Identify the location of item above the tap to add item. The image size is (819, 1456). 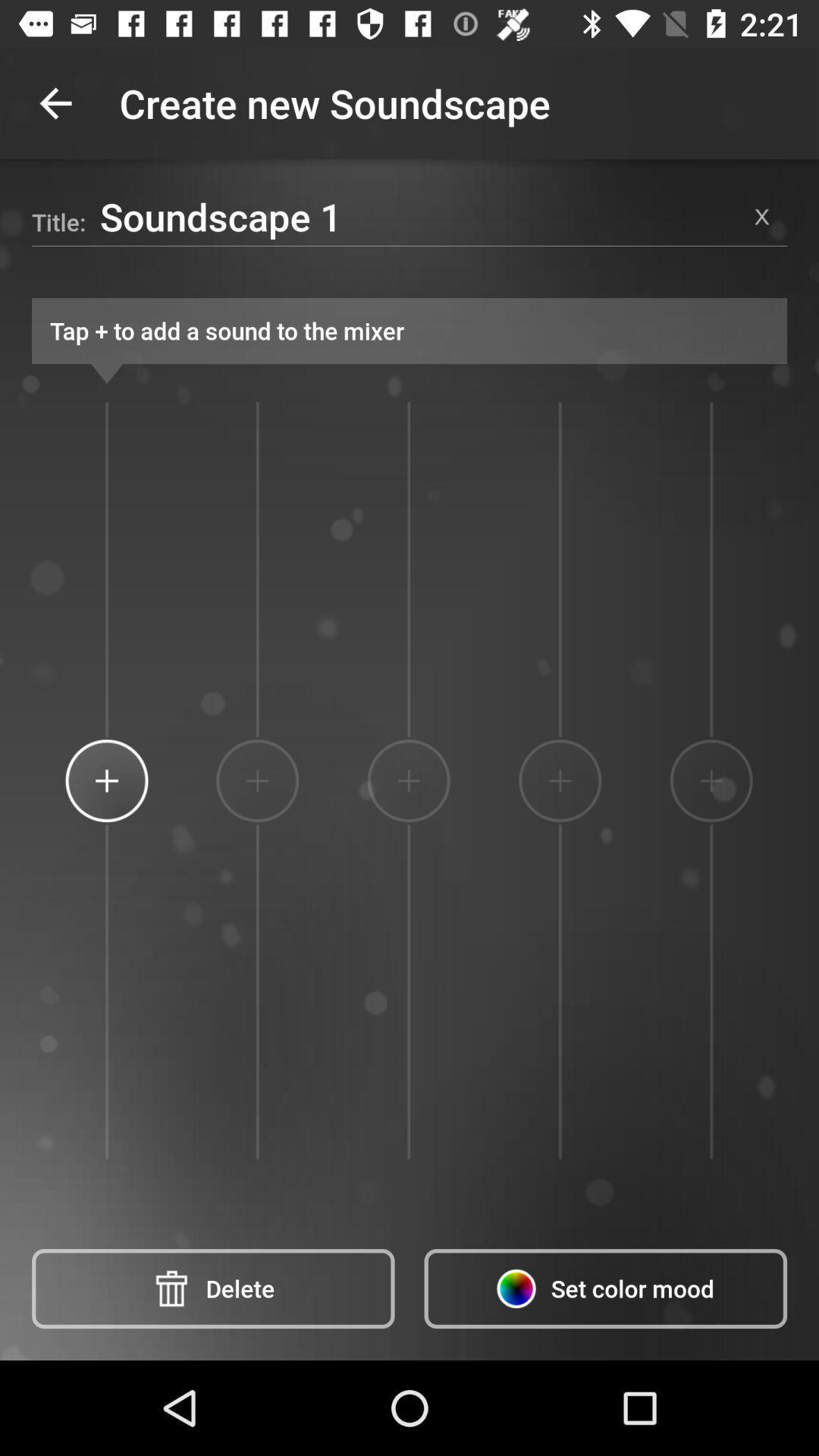
(418, 215).